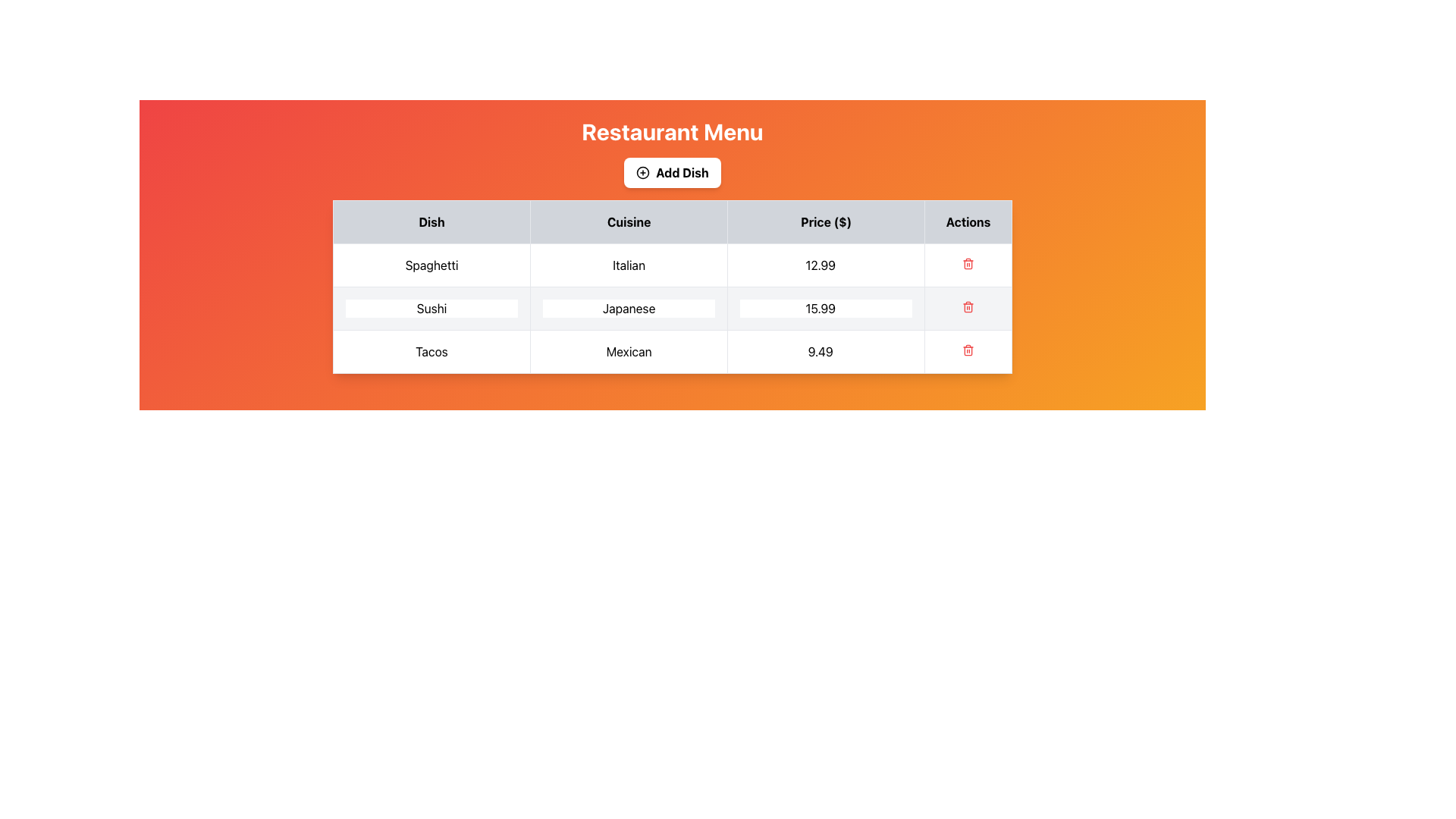  I want to click on the non-interactive text display showing 'Mexican' in the restaurant menu table, which is located in the third row and second column, aligned with the dish 'Tacos', so click(629, 351).